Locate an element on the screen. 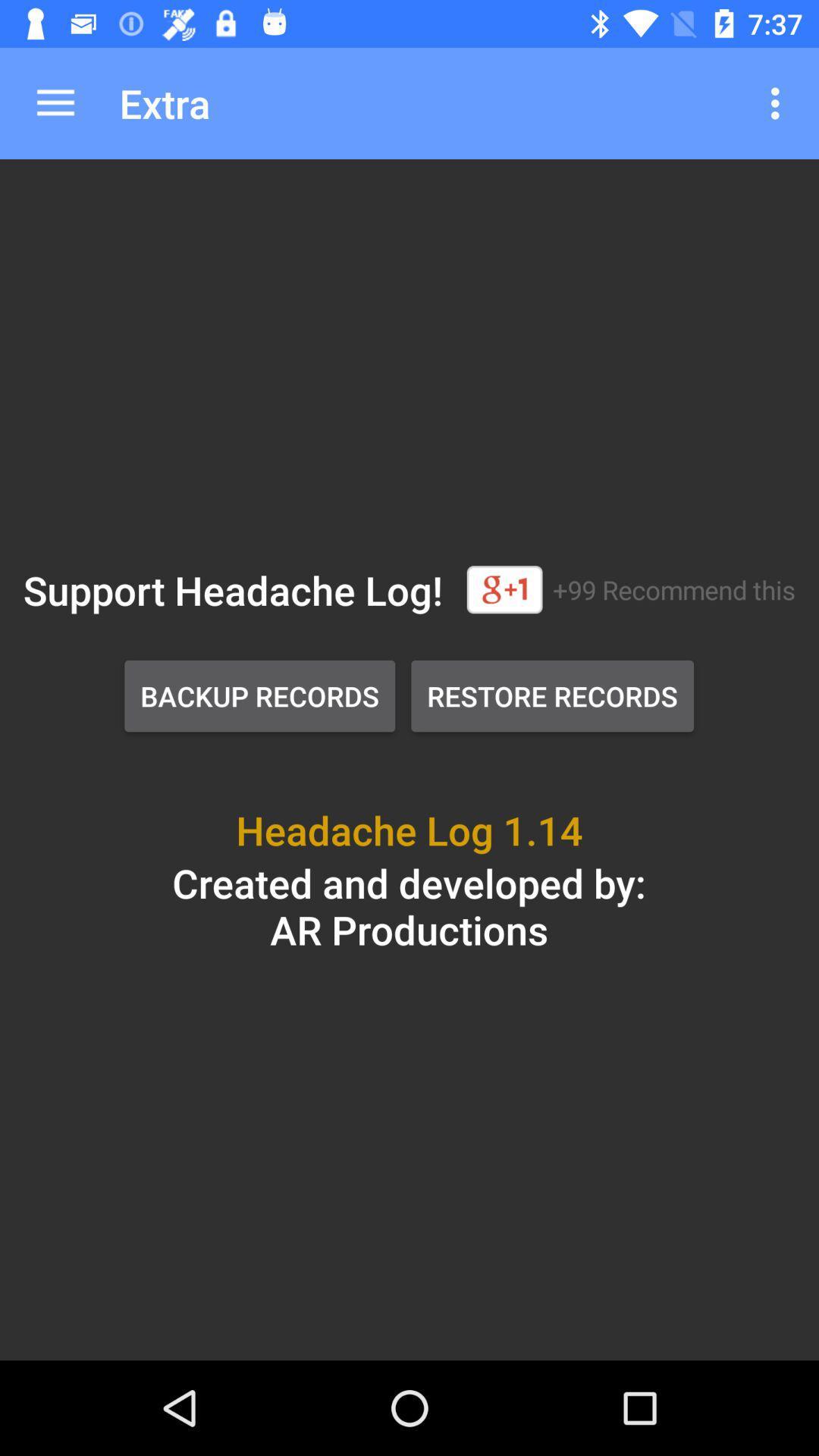 This screenshot has height=1456, width=819. item to the left of the restore records item is located at coordinates (259, 695).